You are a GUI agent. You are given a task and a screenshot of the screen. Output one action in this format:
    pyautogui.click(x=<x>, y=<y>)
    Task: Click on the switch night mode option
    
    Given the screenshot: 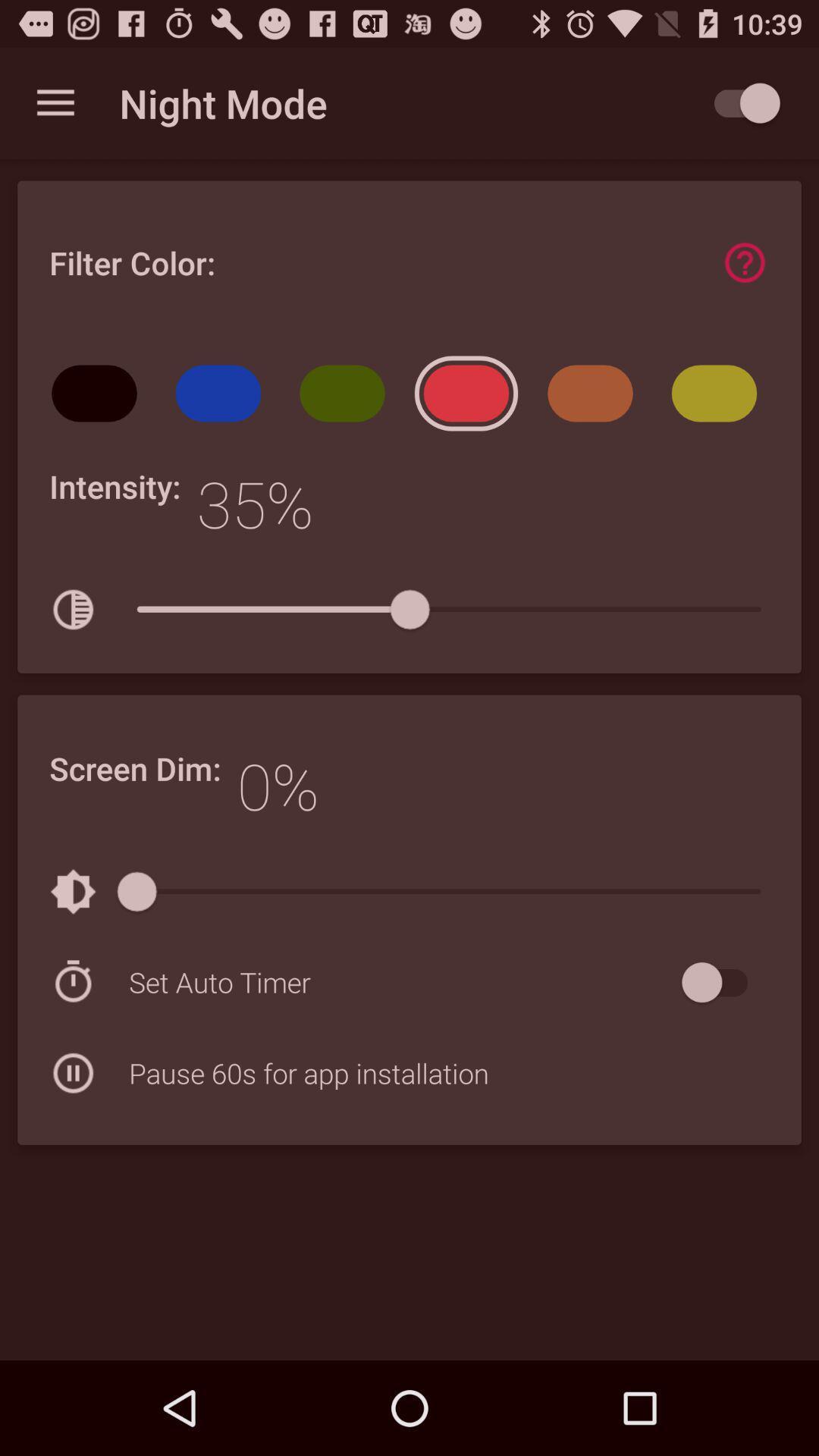 What is the action you would take?
    pyautogui.click(x=739, y=102)
    